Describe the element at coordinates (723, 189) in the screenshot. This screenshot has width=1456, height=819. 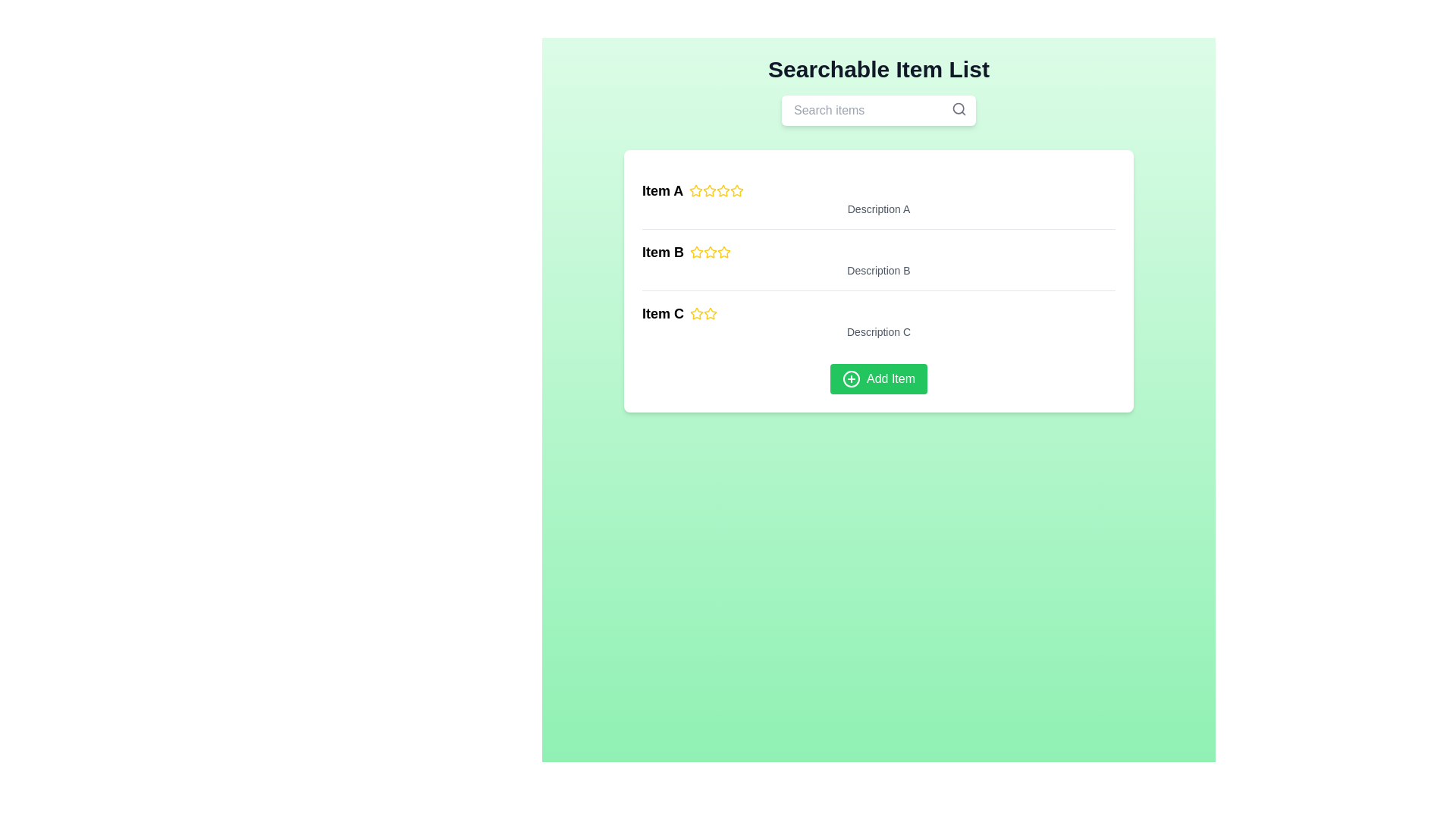
I see `the second star-shaped visual rating indicator for 'Item A'` at that location.